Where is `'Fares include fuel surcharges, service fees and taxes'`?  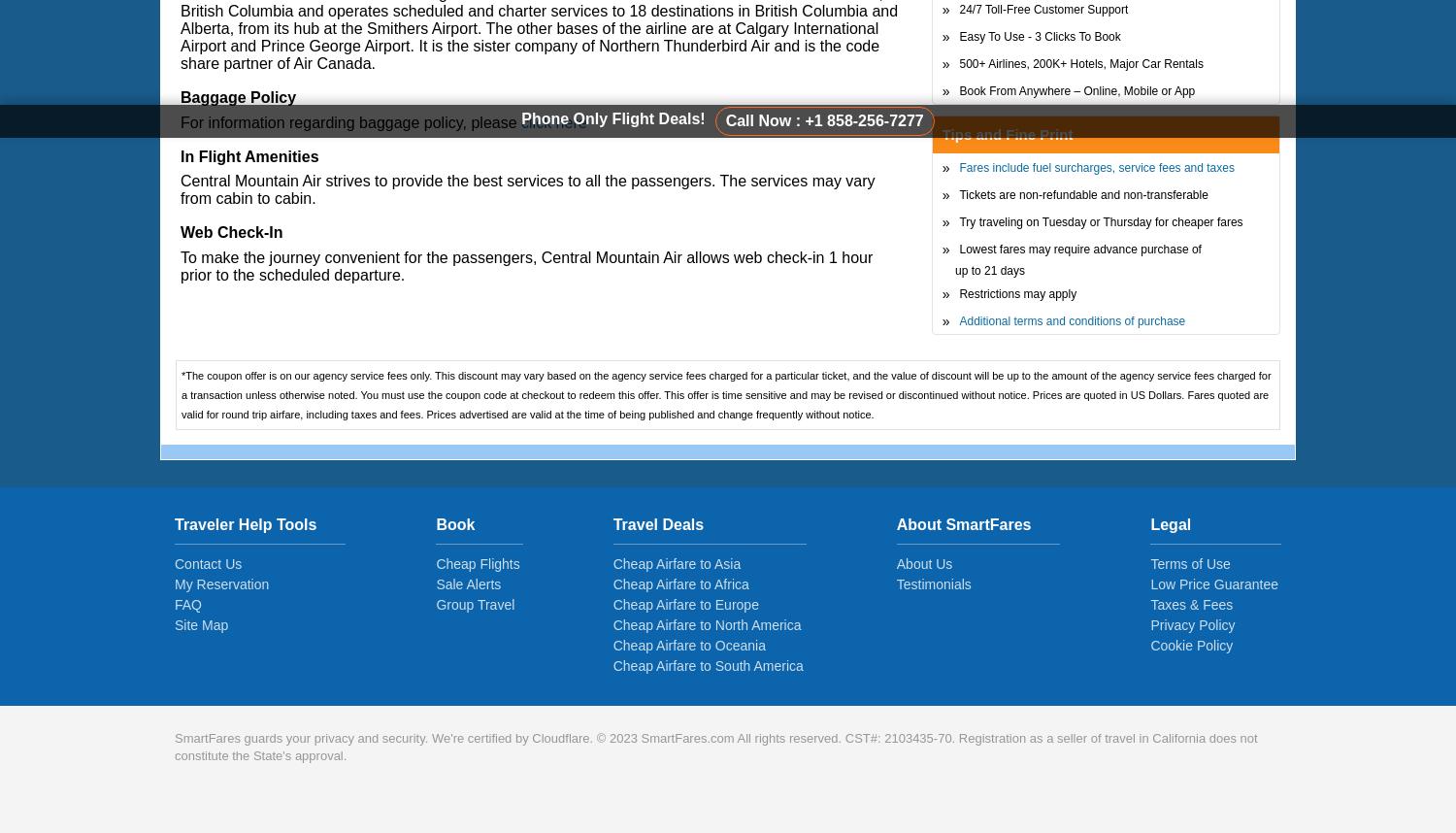 'Fares include fuel surcharges, service fees and taxes' is located at coordinates (1096, 167).